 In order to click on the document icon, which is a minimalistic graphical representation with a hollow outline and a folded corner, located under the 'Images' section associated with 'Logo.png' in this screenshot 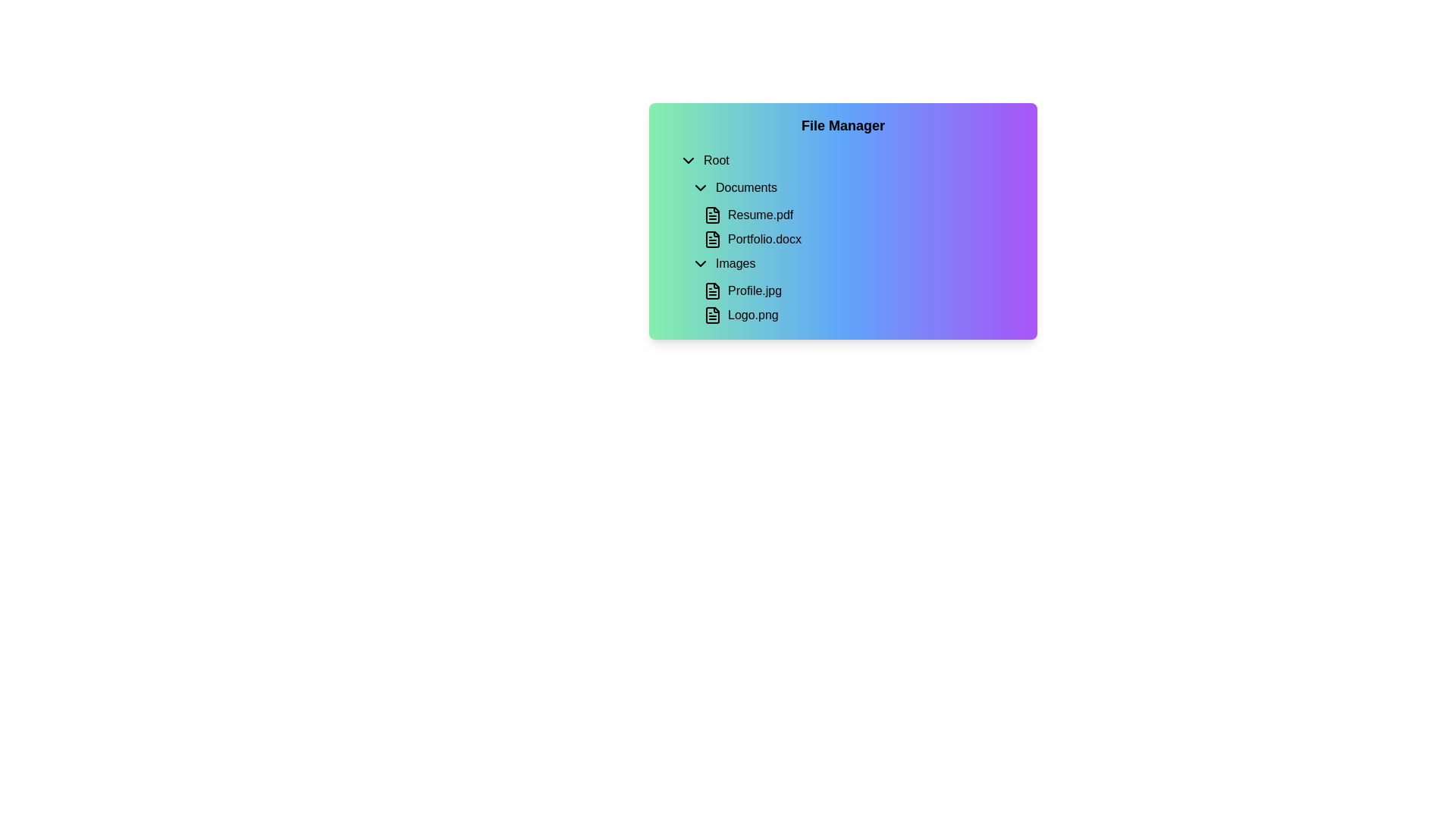, I will do `click(712, 315)`.